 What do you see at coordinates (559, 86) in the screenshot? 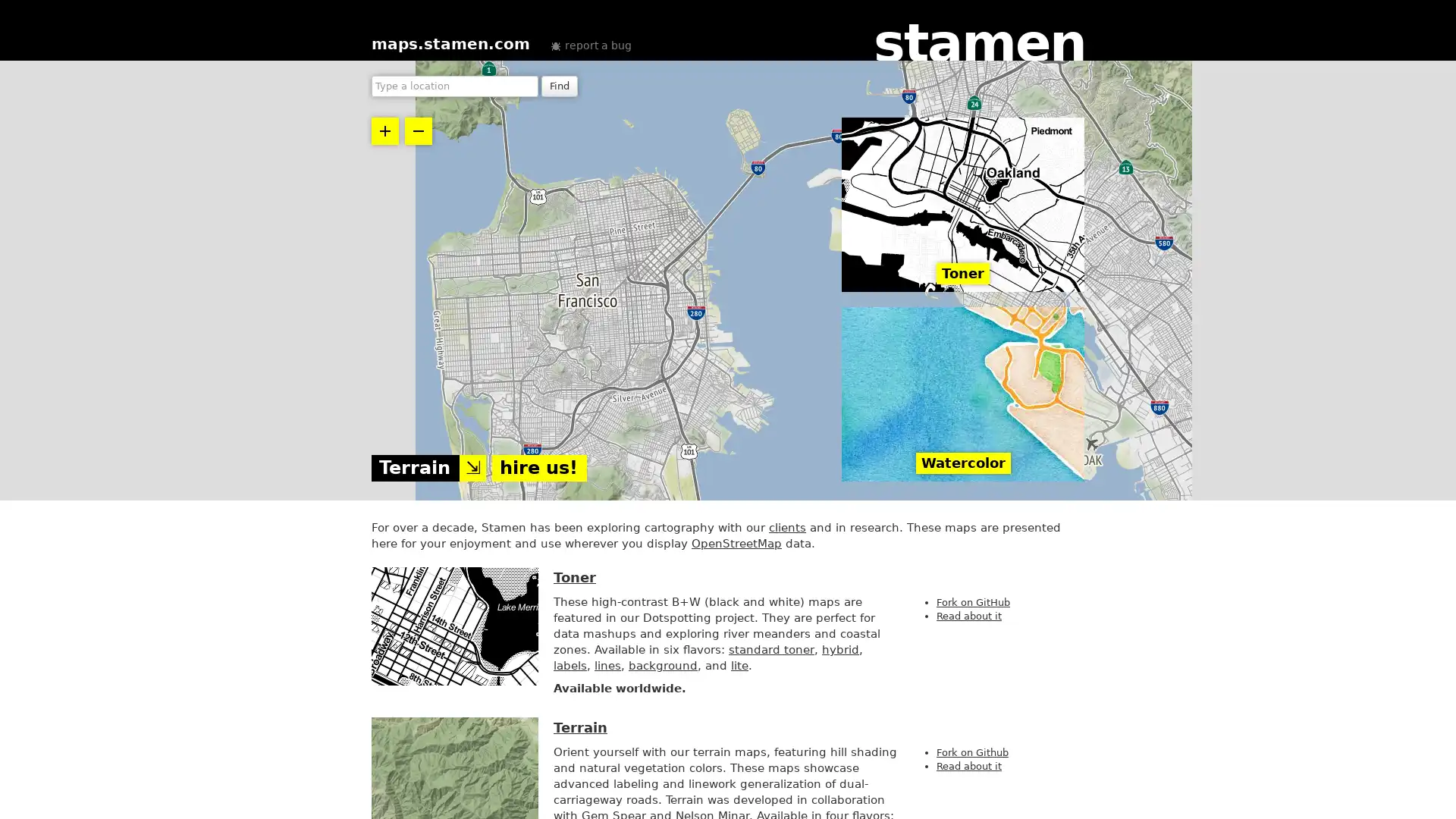
I see `Find` at bounding box center [559, 86].